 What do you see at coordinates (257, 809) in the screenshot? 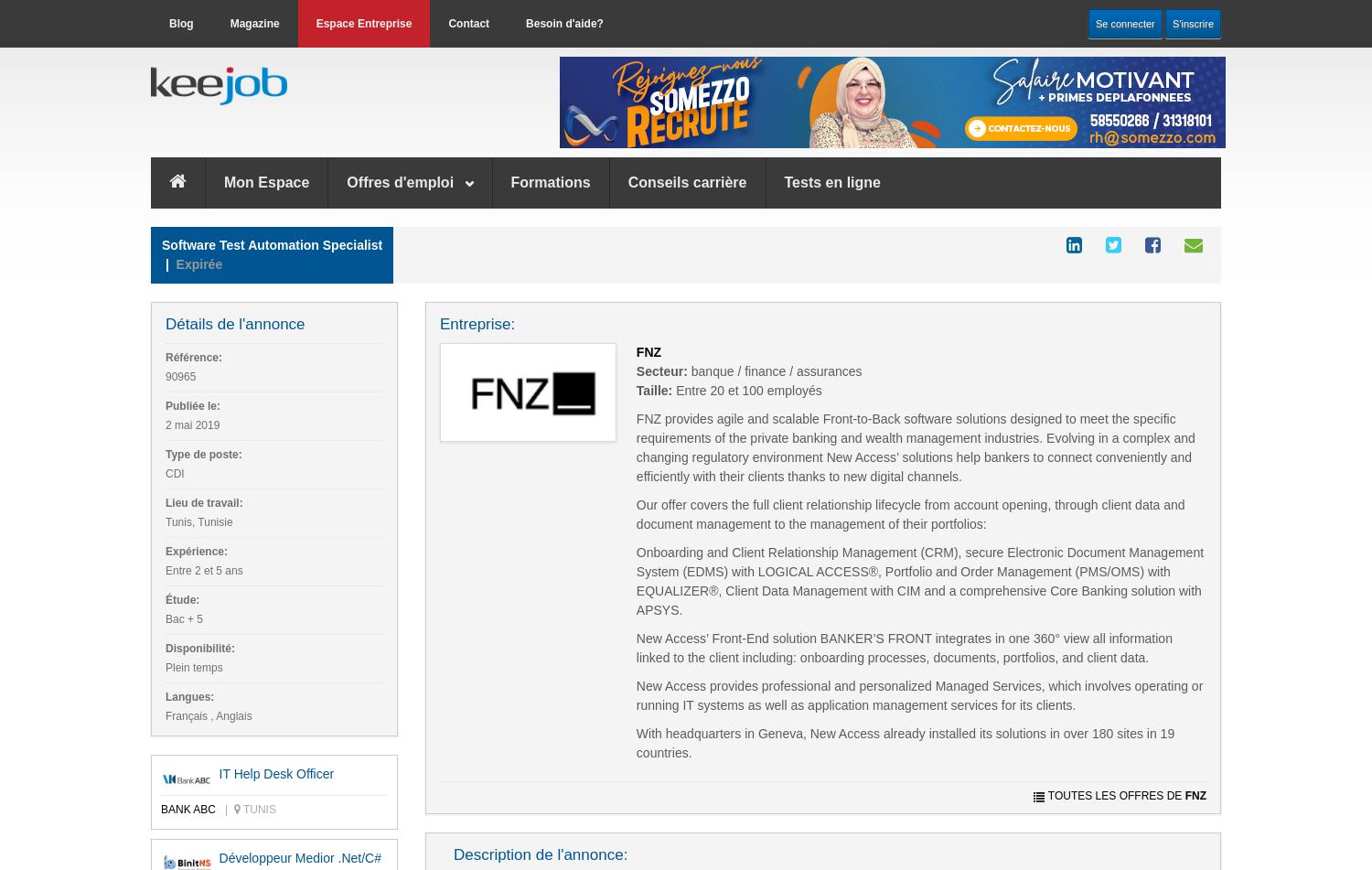
I see `'Tunis'` at bounding box center [257, 809].